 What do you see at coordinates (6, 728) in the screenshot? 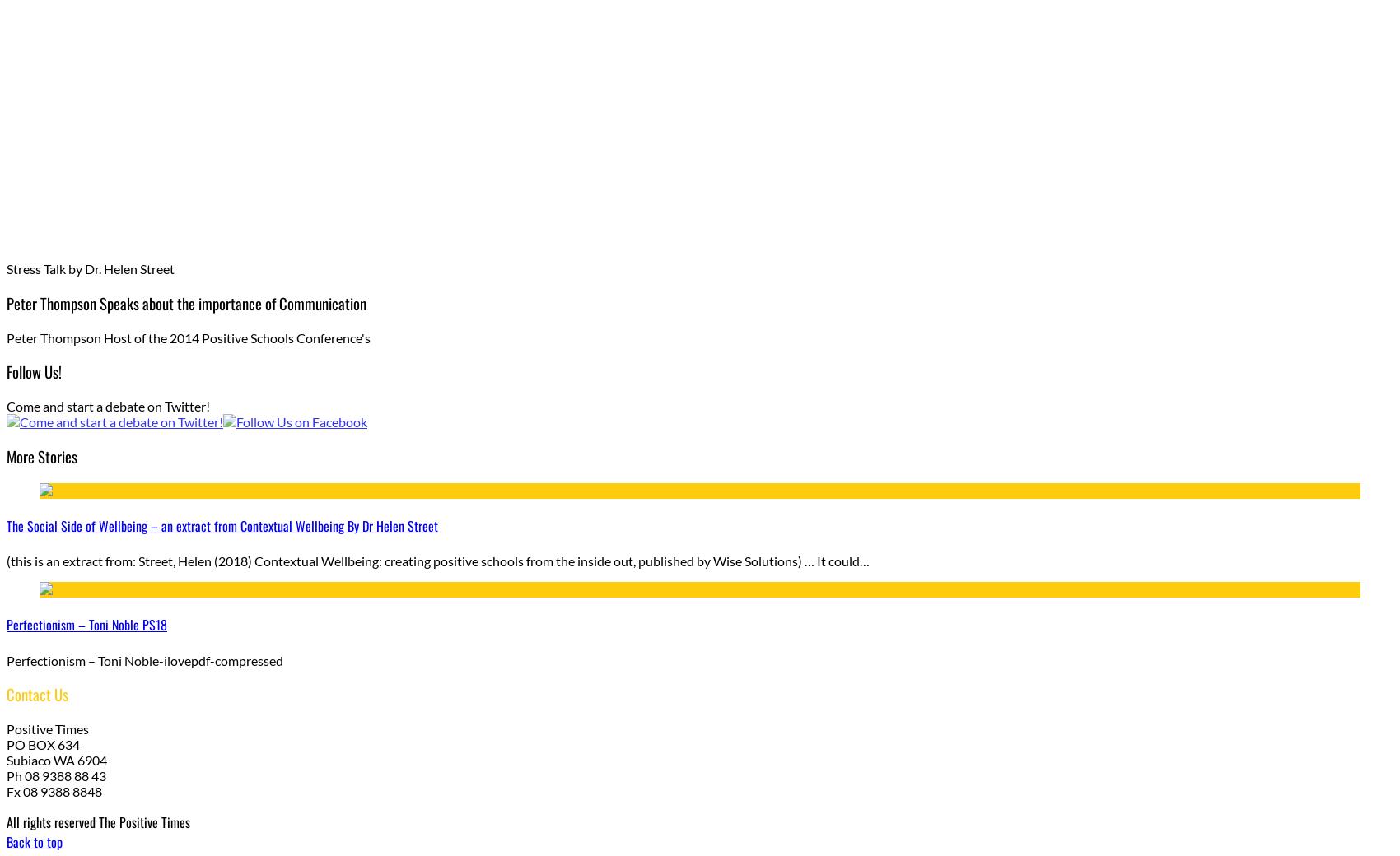
I see `'Positive Times'` at bounding box center [6, 728].